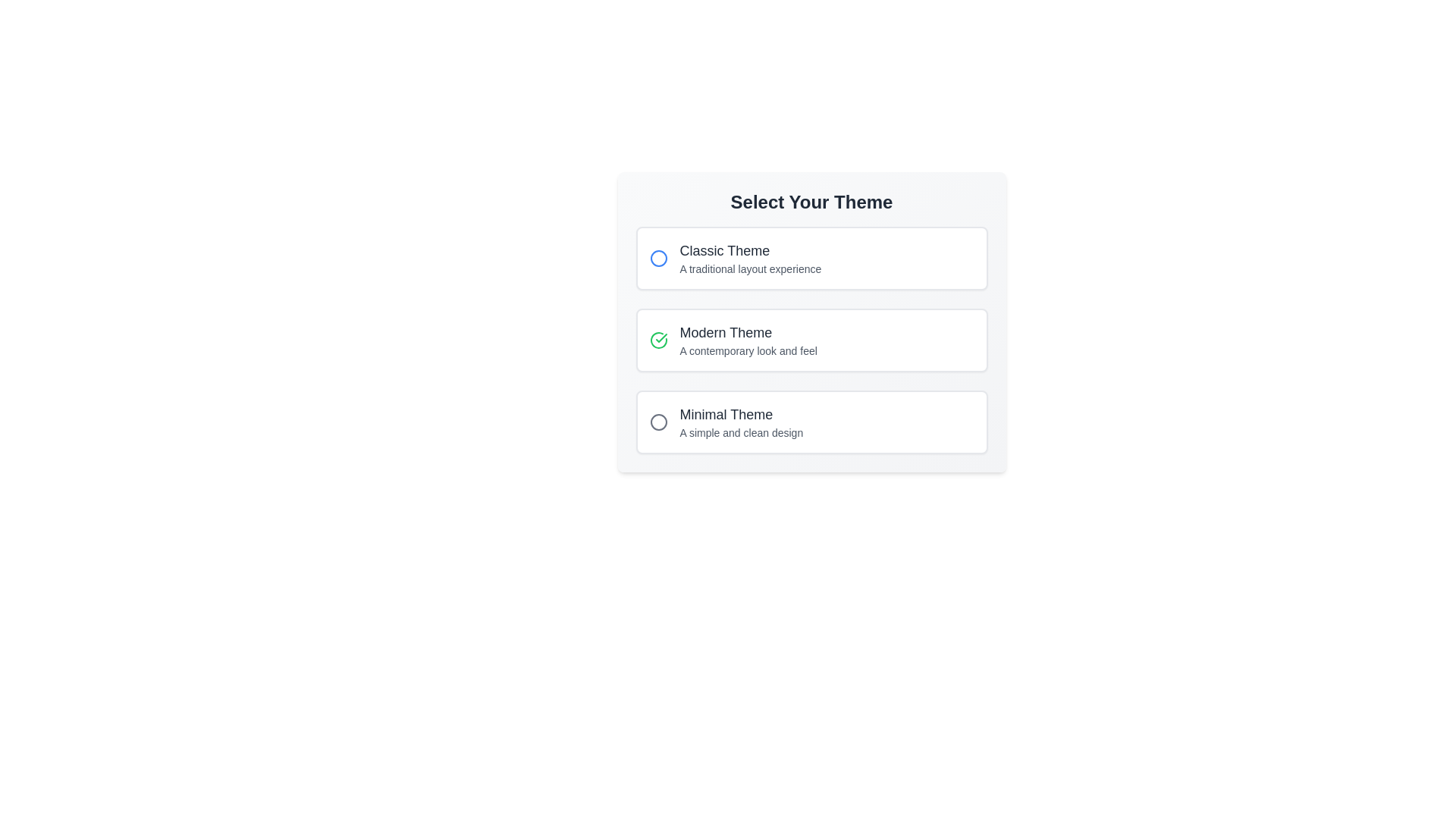 This screenshot has width=1456, height=819. I want to click on the Label that describes the 'Classic Theme' option, which is positioned directly to the right of a circular icon in the theme selection panel, so click(750, 257).